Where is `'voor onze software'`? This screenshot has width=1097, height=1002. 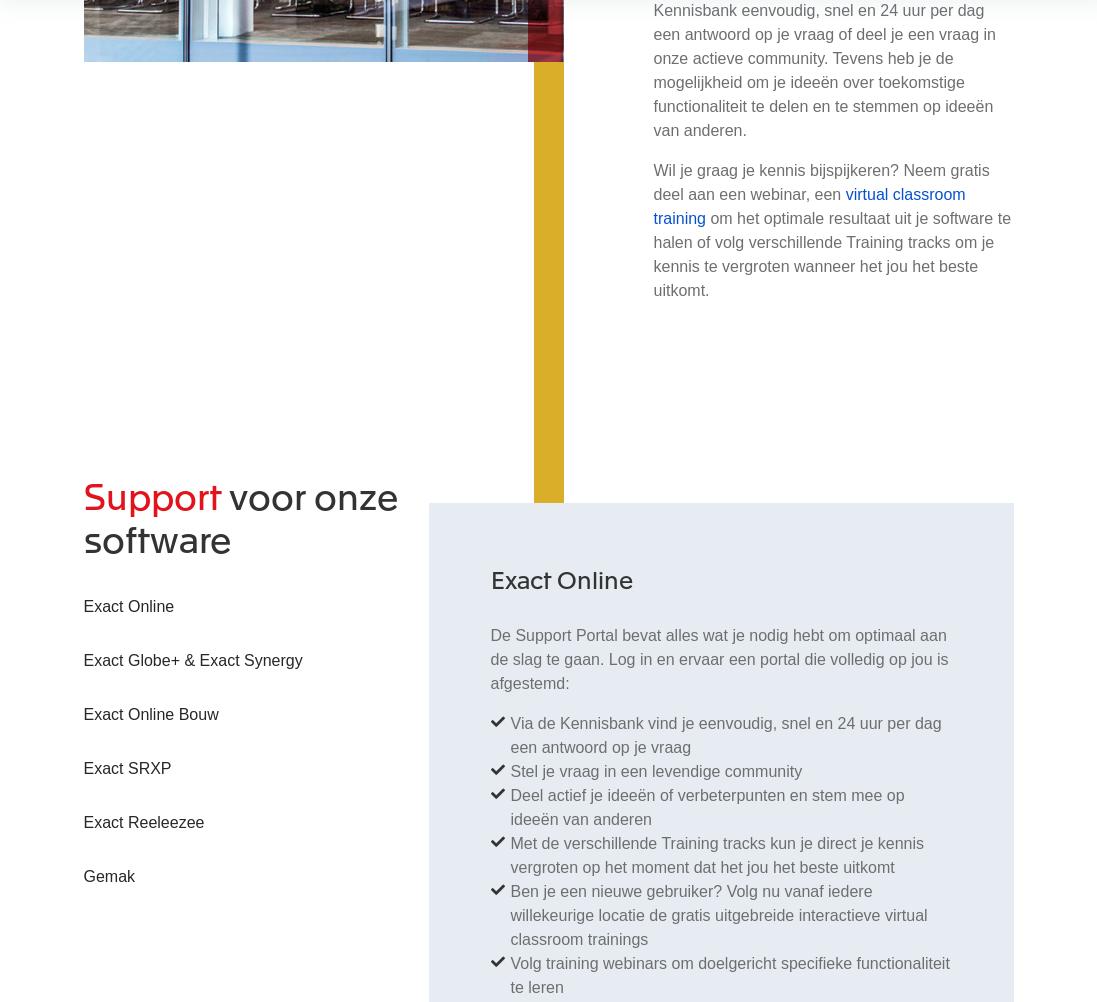
'voor onze software' is located at coordinates (239, 515).